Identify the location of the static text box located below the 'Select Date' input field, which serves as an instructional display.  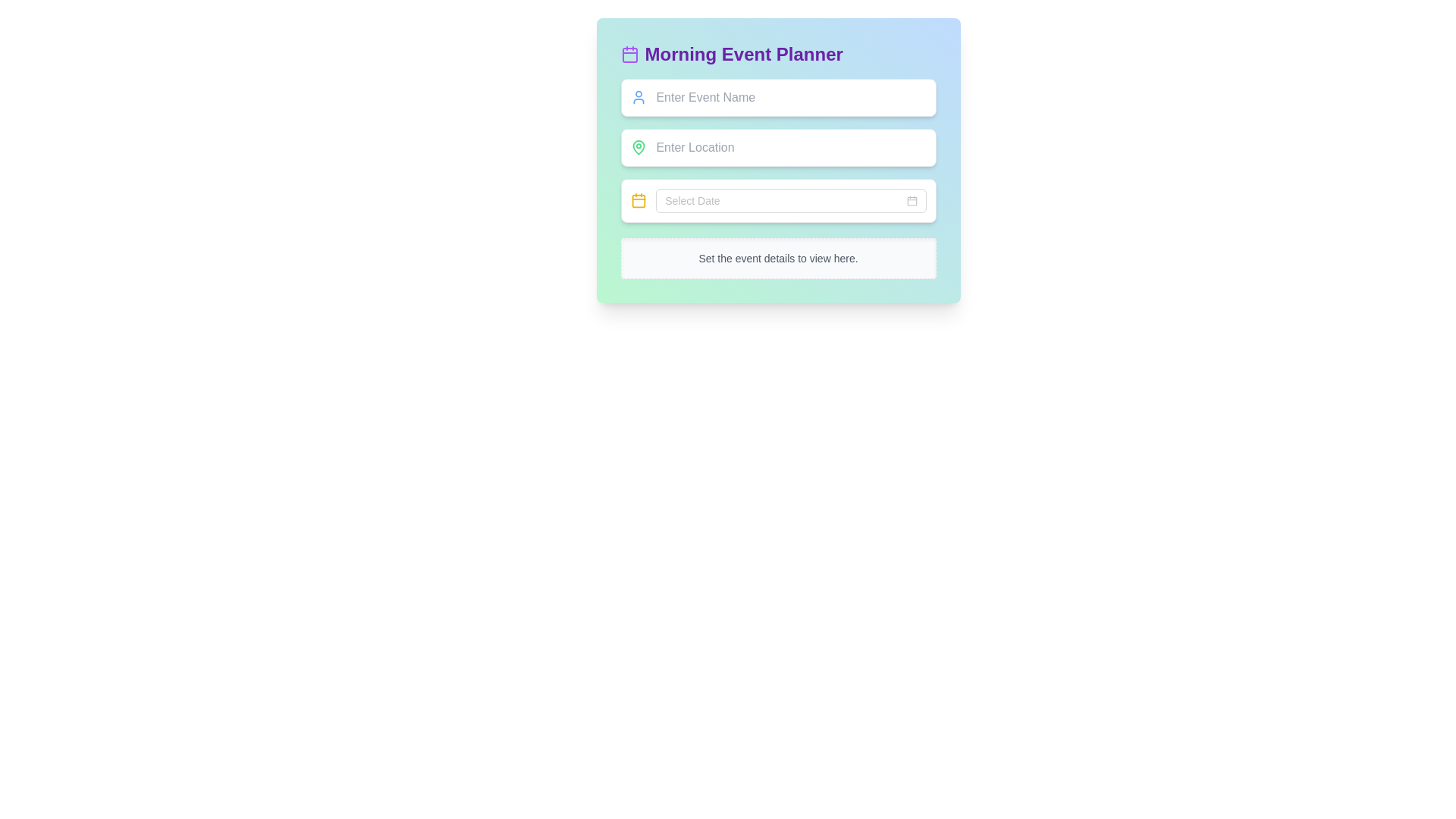
(778, 257).